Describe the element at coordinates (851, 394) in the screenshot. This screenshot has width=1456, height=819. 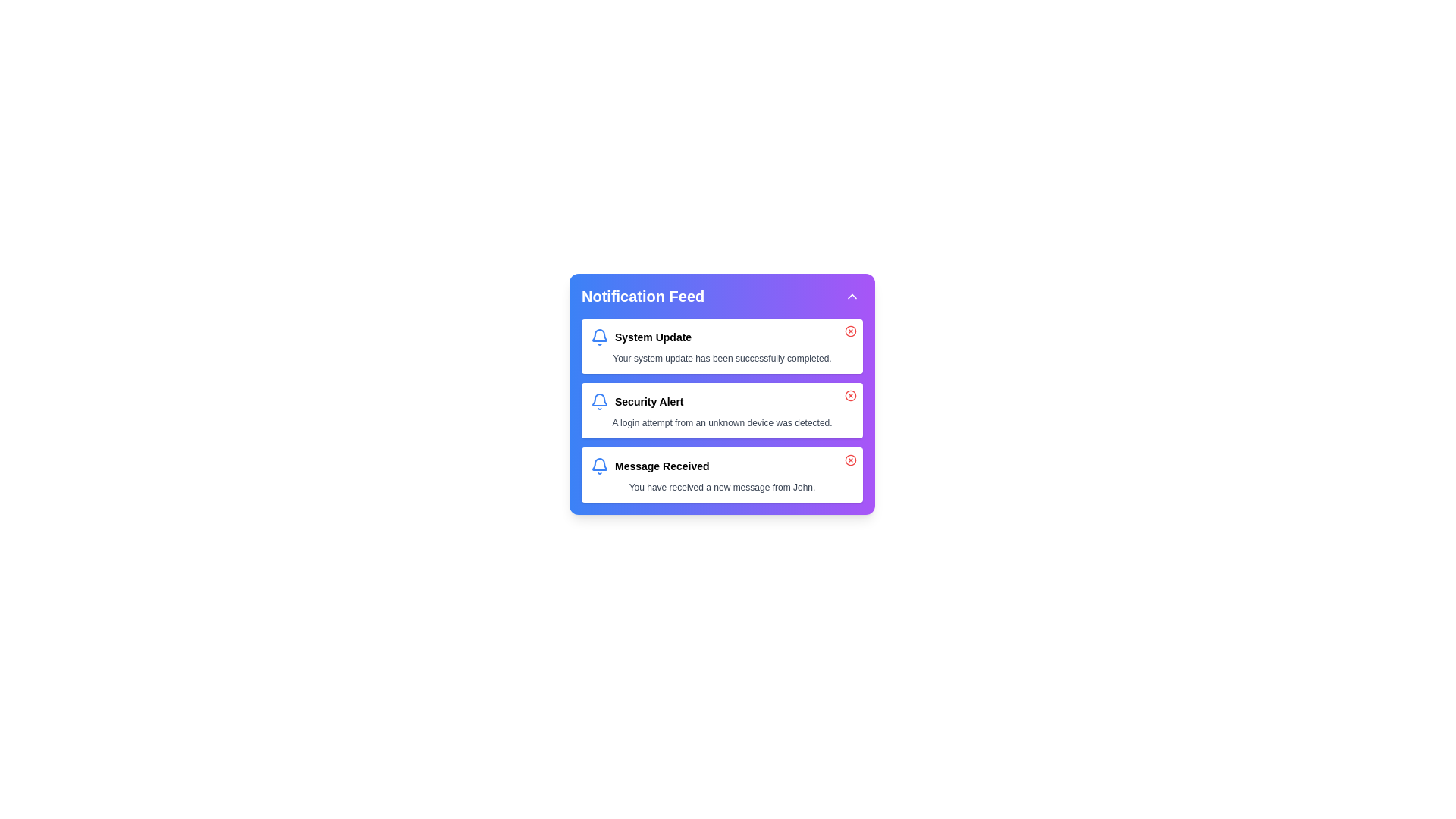
I see `the close button circular icon located at the upper-right corner of the 'Security Alert' notification card` at that location.